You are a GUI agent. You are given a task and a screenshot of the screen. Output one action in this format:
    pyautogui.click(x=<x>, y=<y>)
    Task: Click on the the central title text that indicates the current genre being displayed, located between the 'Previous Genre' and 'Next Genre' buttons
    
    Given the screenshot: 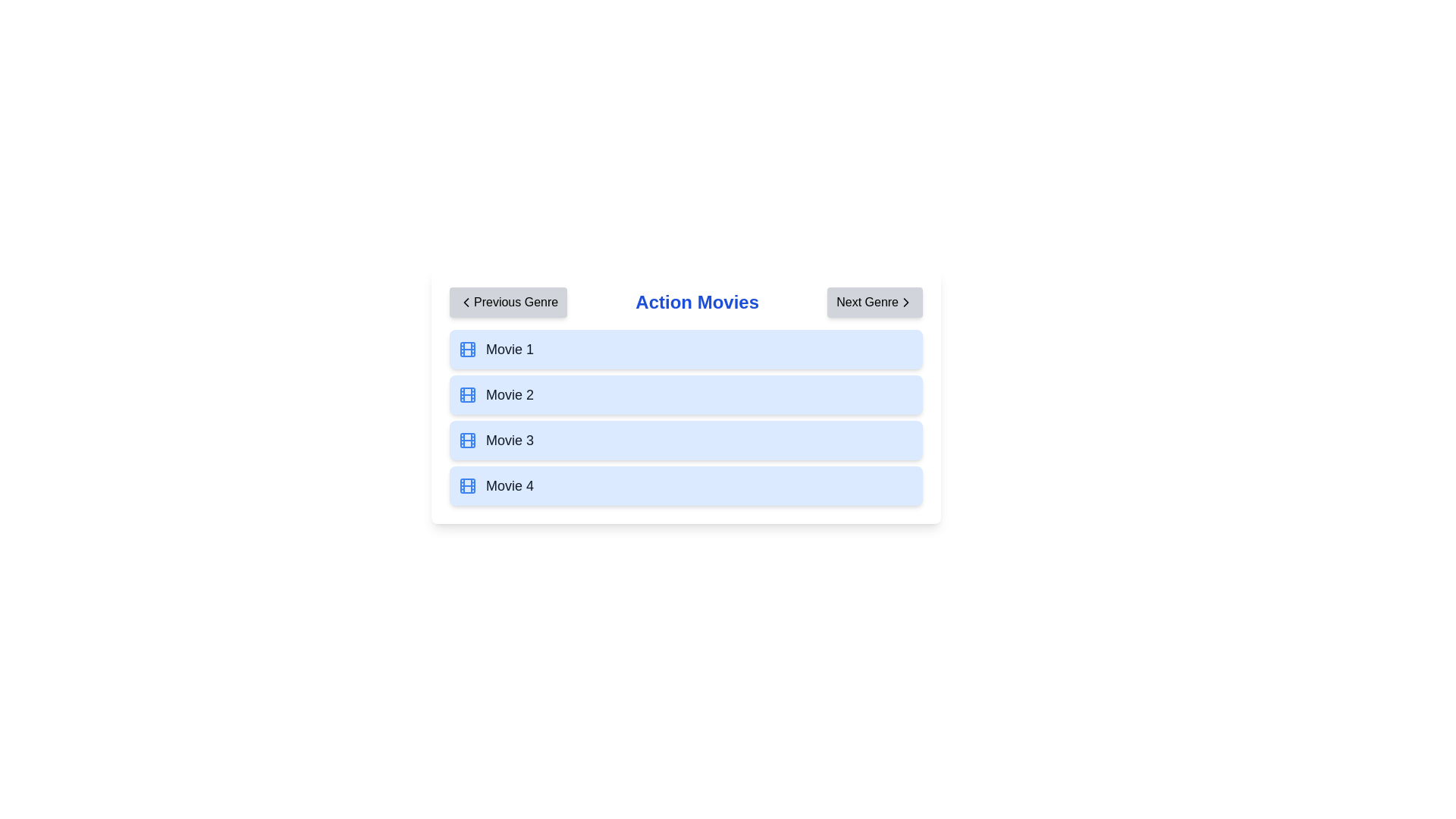 What is the action you would take?
    pyautogui.click(x=696, y=302)
    